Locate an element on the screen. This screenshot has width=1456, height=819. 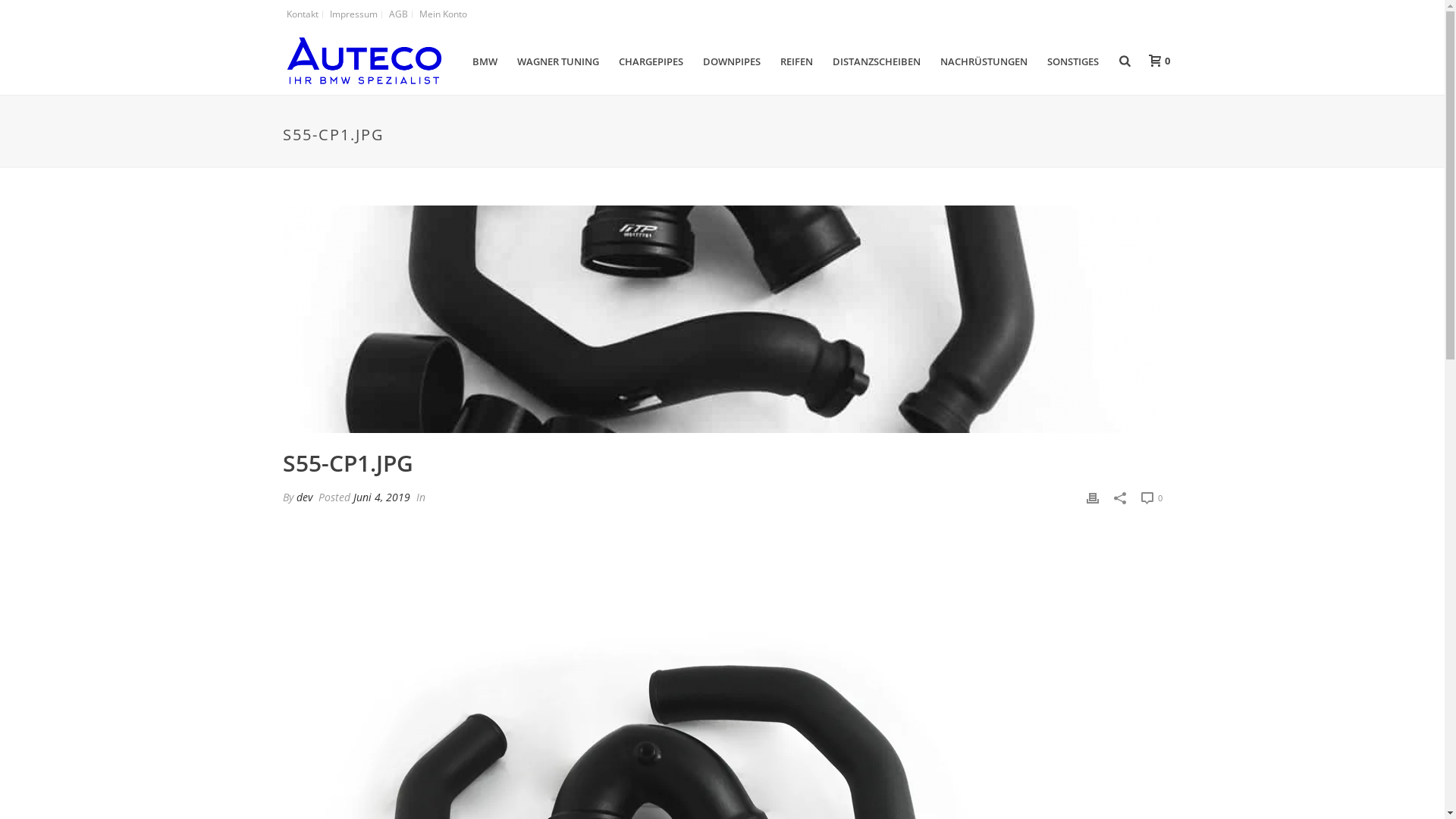
'Kontakt' is located at coordinates (302, 14).